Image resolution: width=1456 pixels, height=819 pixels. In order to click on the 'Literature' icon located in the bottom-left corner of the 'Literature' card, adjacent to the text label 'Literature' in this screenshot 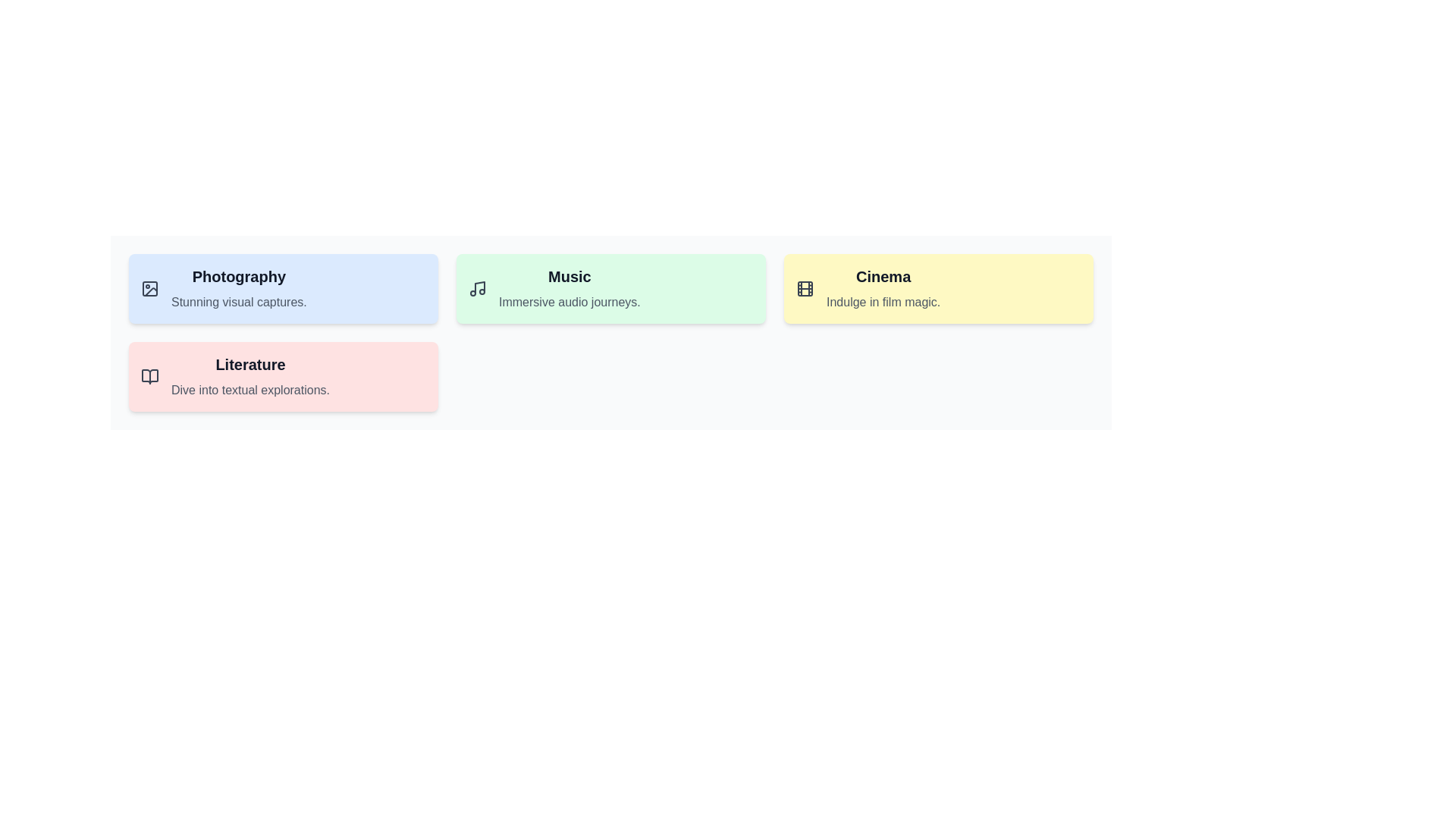, I will do `click(149, 376)`.